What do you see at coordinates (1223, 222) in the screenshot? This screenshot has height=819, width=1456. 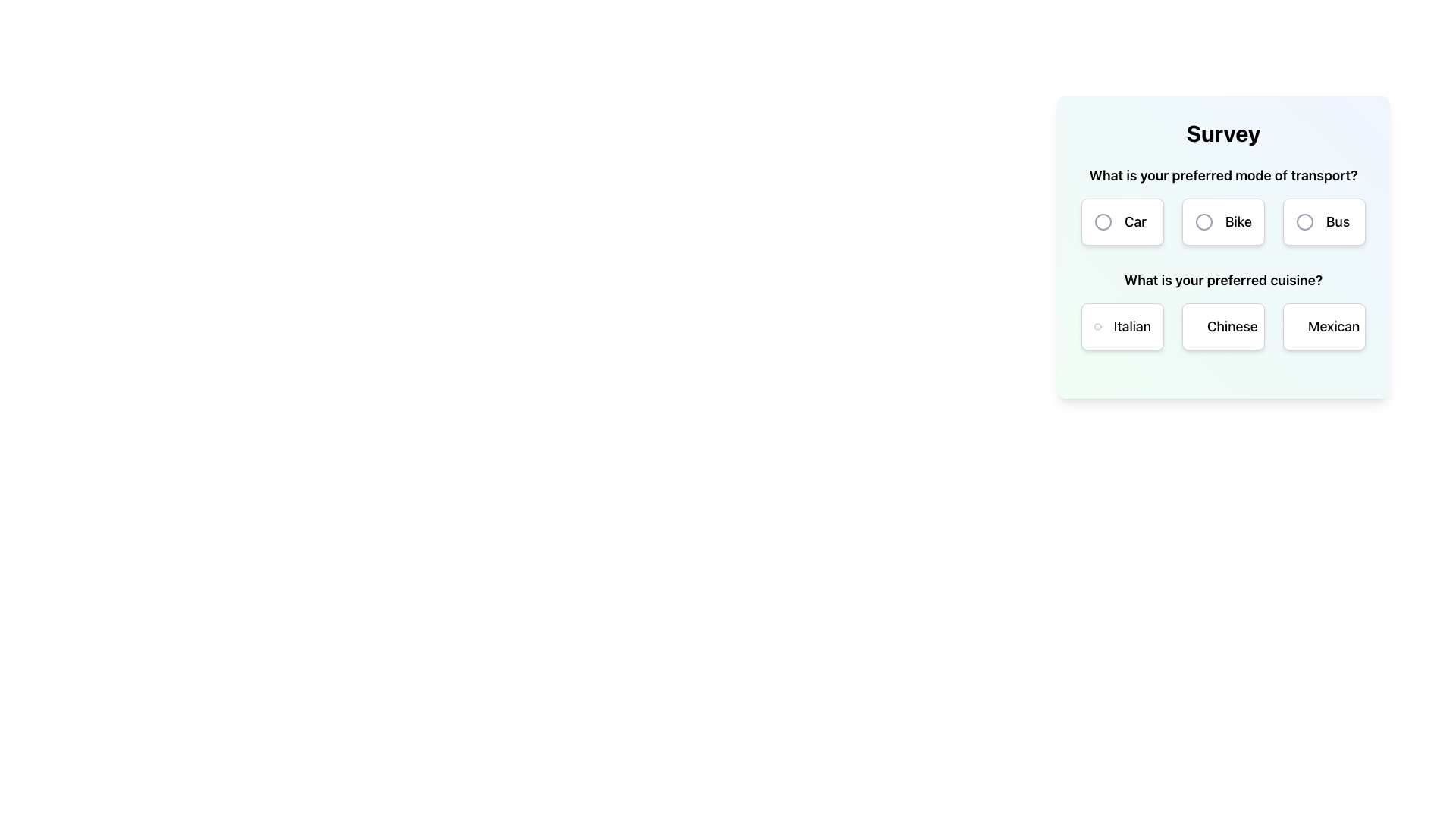 I see `the 'Bike' selection button, which is styled as a card with rounded edges and is the middle item in a horizontal set of three options` at bounding box center [1223, 222].